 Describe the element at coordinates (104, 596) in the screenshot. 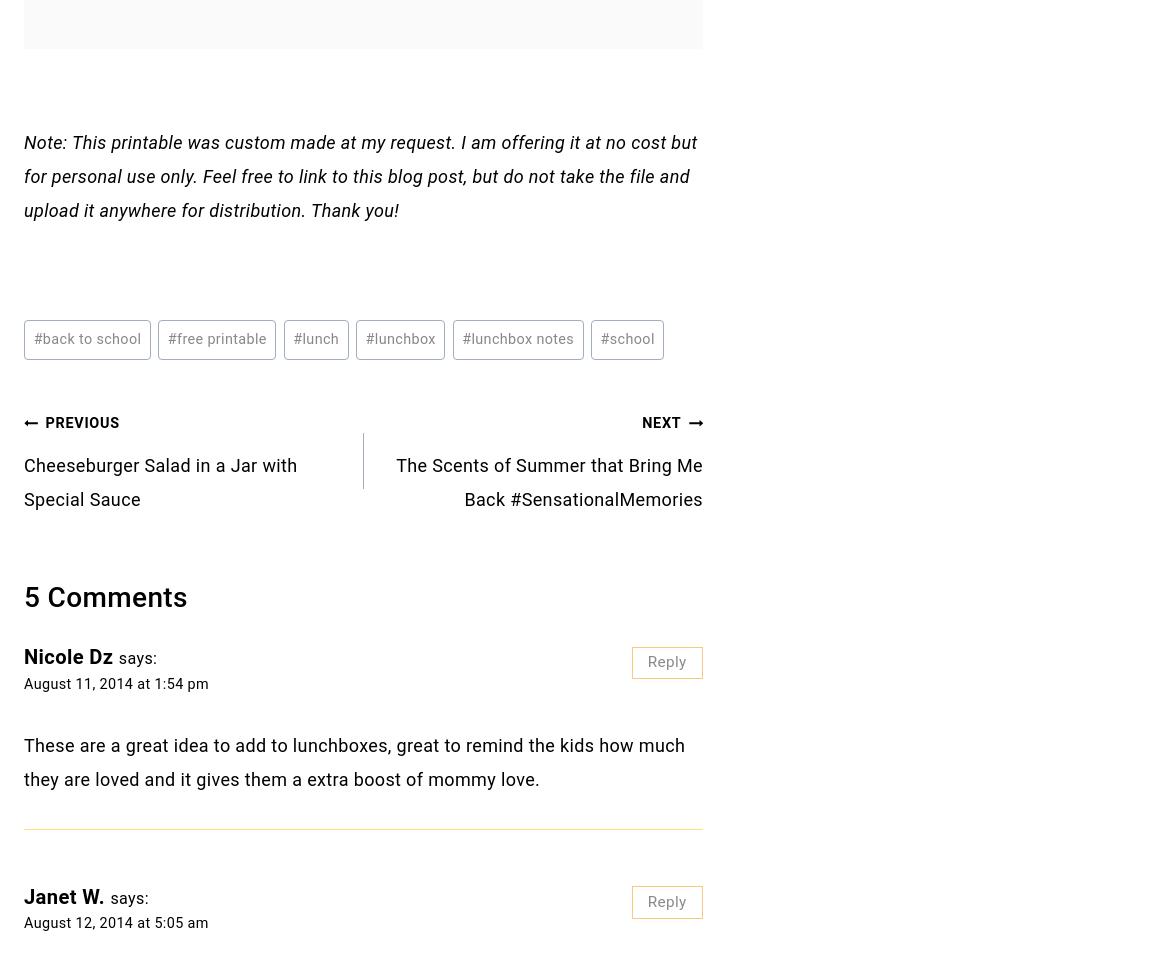

I see `'5 Comments'` at that location.